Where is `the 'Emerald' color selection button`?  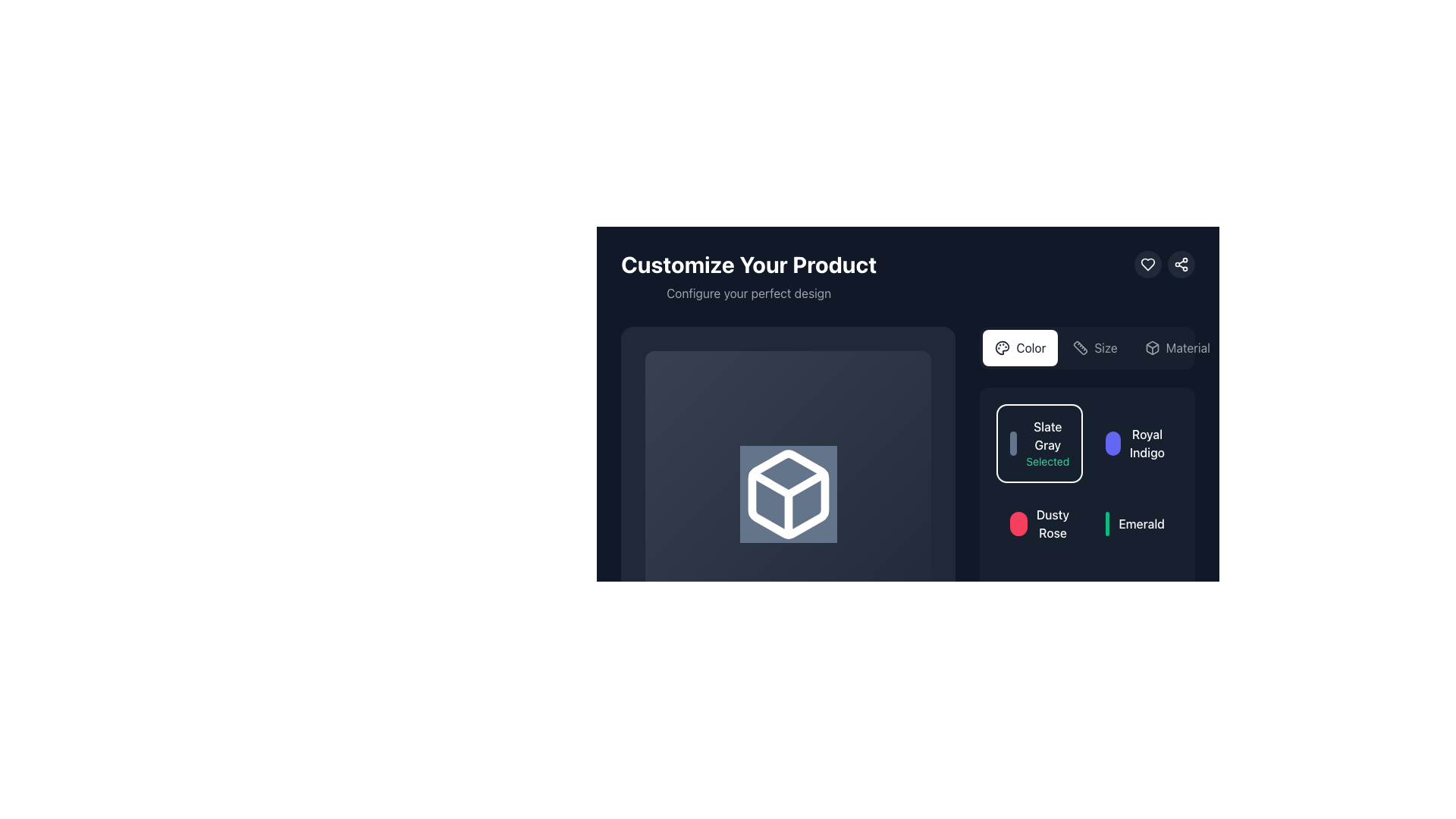 the 'Emerald' color selection button is located at coordinates (1106, 522).